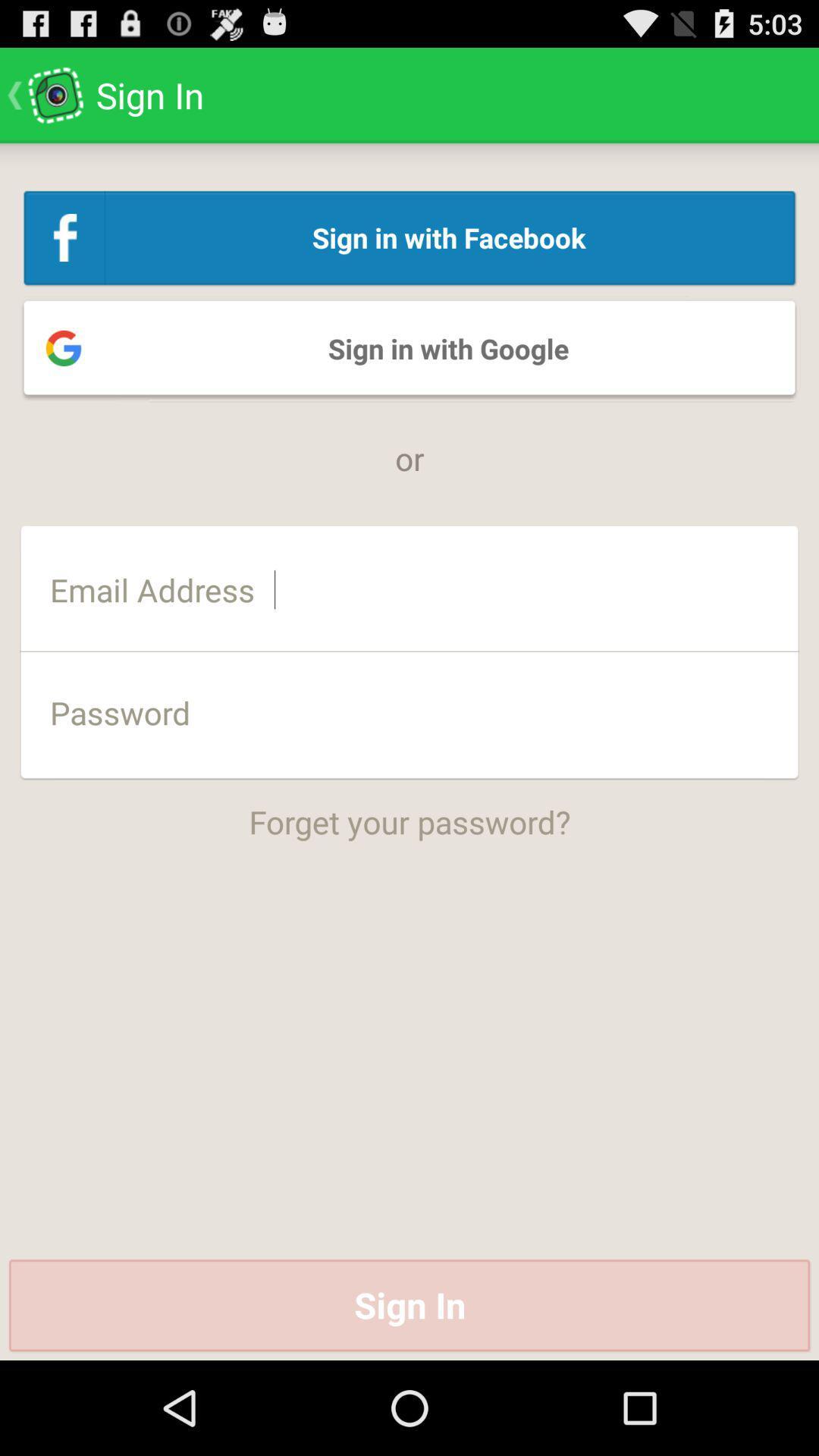 This screenshot has height=1456, width=819. I want to click on forget your password? icon, so click(409, 811).